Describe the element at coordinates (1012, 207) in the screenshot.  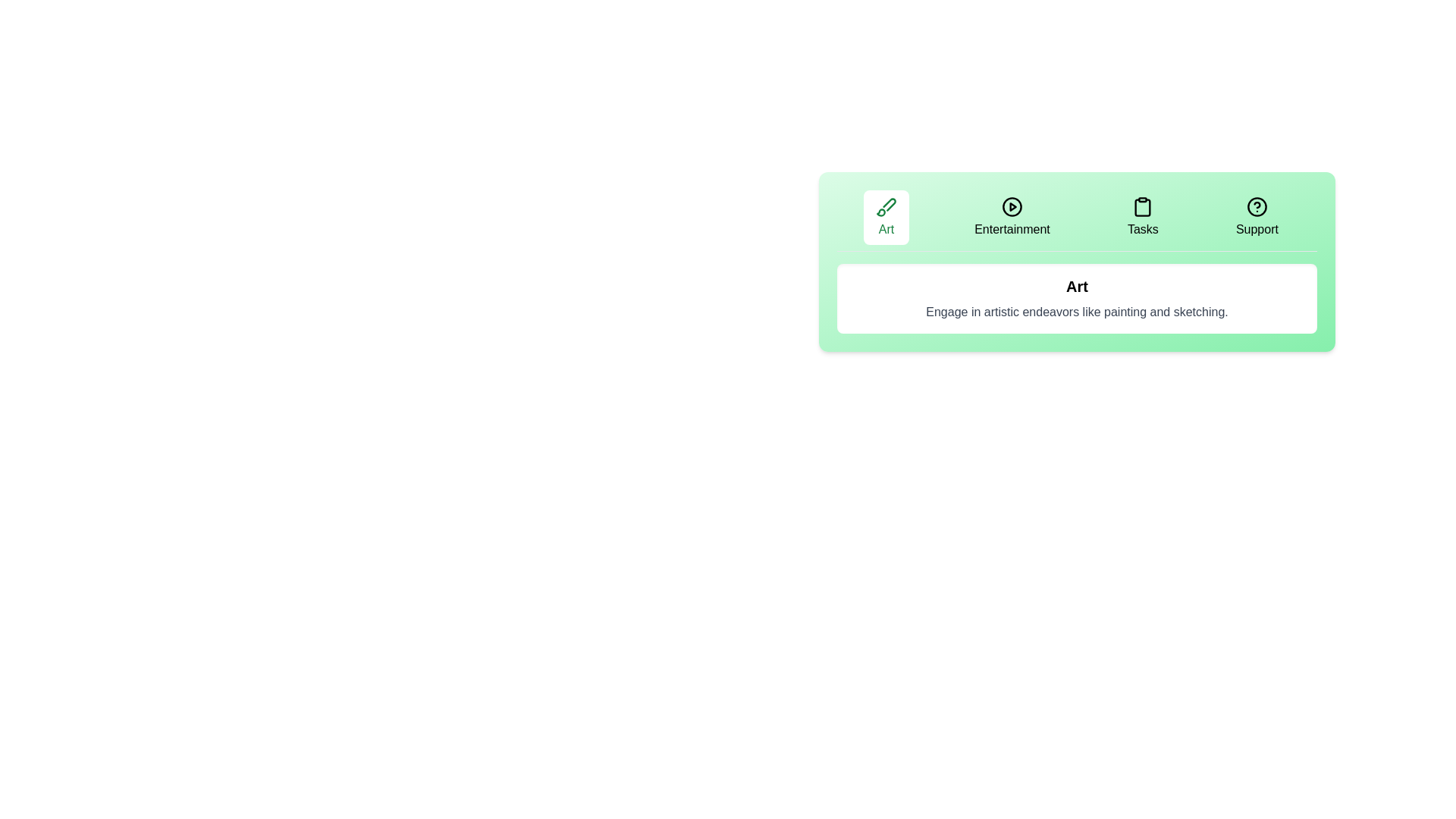
I see `the Circular Play Button icon located in the Entertainment section of the horizontally arranged menu bar` at that location.